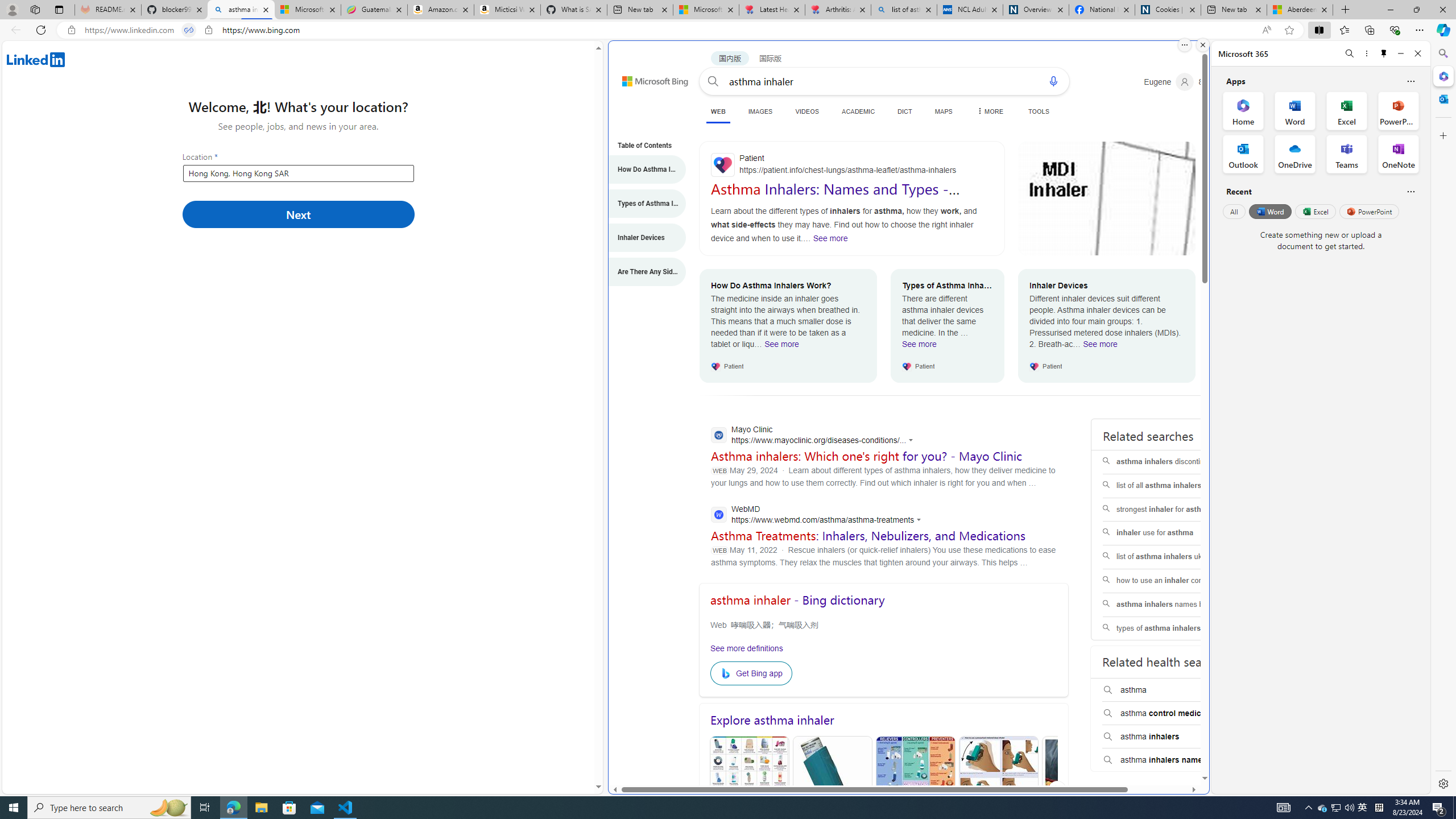  What do you see at coordinates (834, 196) in the screenshot?
I see `'Asthma Inhalers: Names and Types - Patient'` at bounding box center [834, 196].